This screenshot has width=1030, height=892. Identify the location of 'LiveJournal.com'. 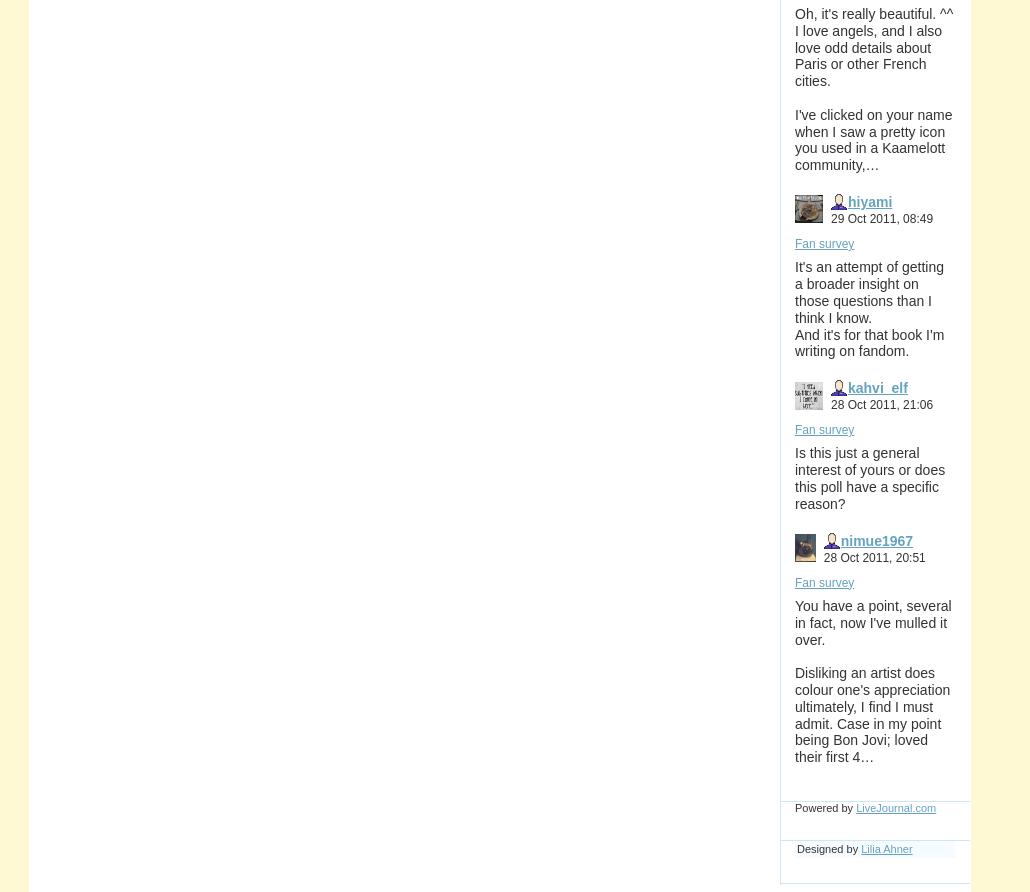
(855, 806).